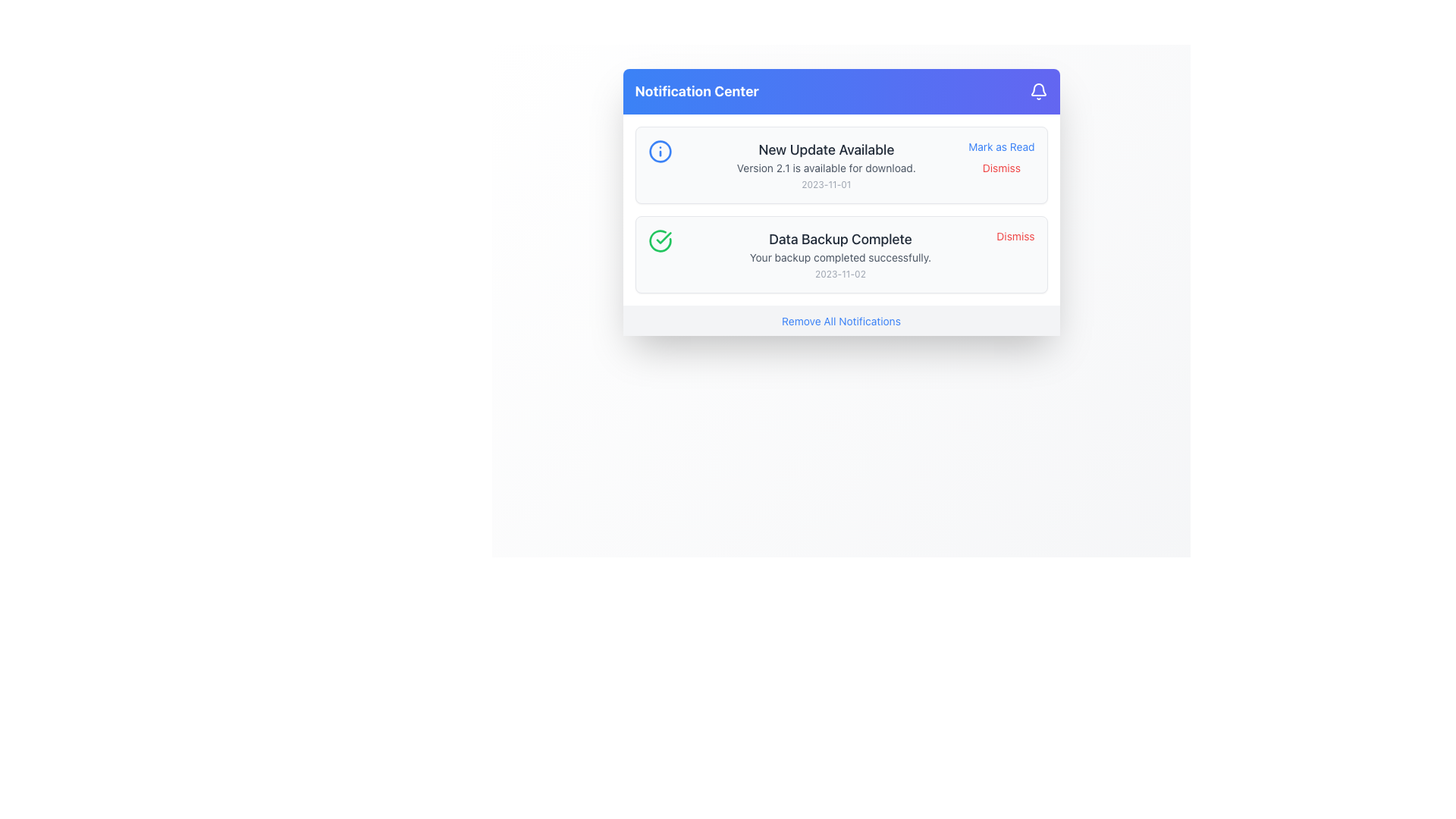 Image resolution: width=1456 pixels, height=819 pixels. I want to click on the circular blue outlined information icon located to the left of the 'New Update Available' text in the notification center's card layout, so click(660, 152).